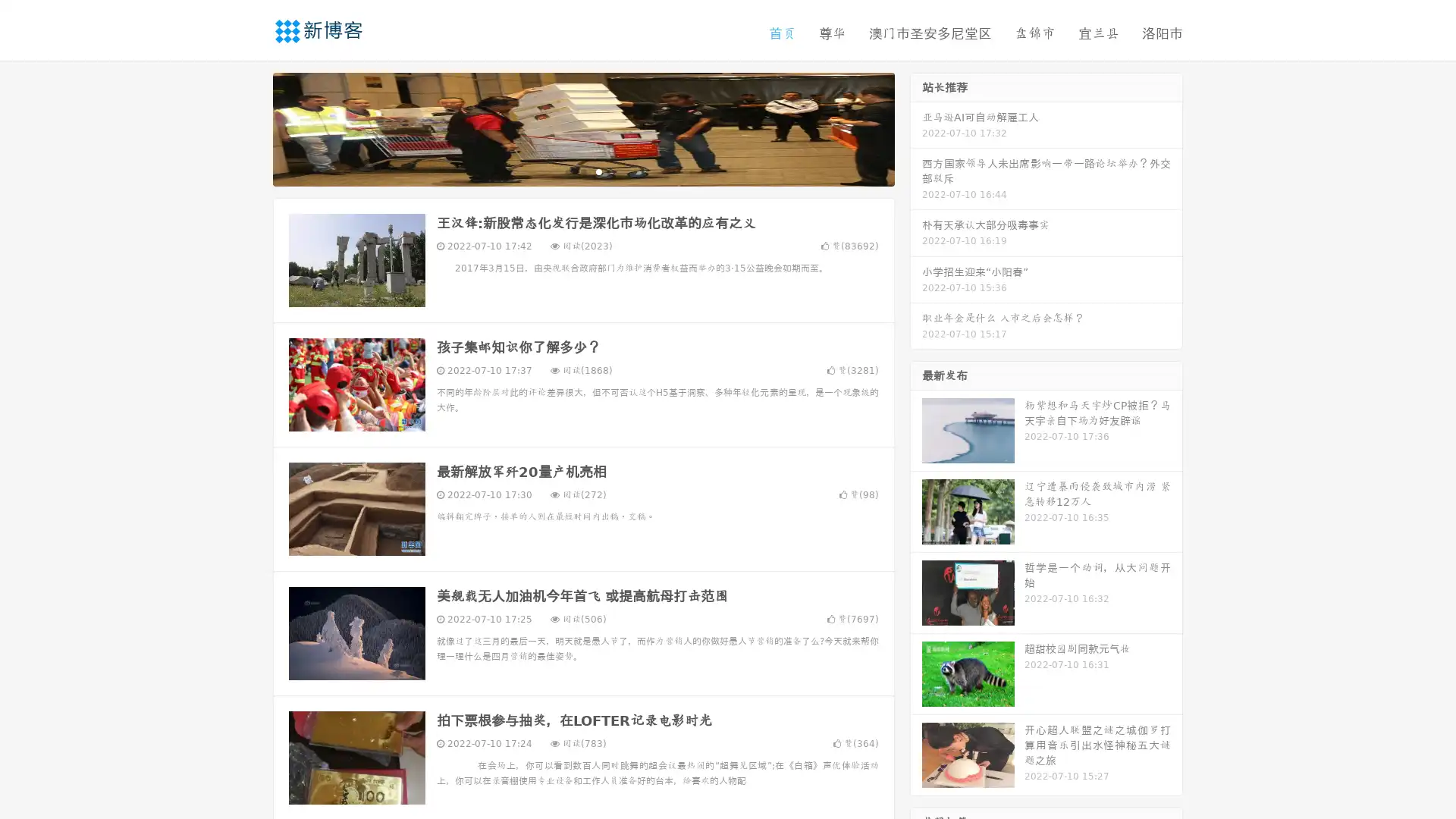 The height and width of the screenshot is (819, 1456). I want to click on Next slide, so click(916, 127).